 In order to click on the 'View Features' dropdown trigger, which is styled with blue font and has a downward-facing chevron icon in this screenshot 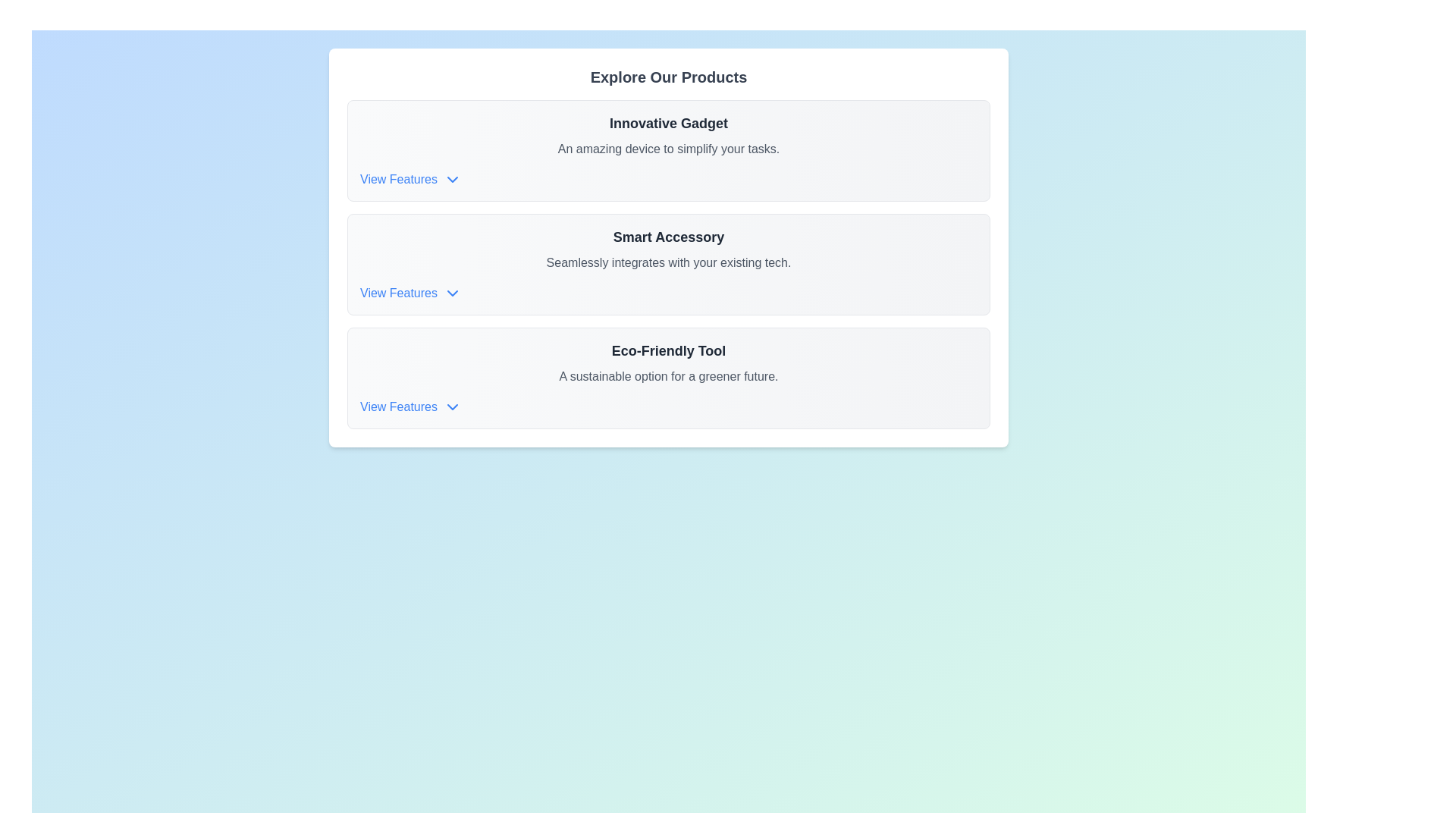, I will do `click(411, 406)`.